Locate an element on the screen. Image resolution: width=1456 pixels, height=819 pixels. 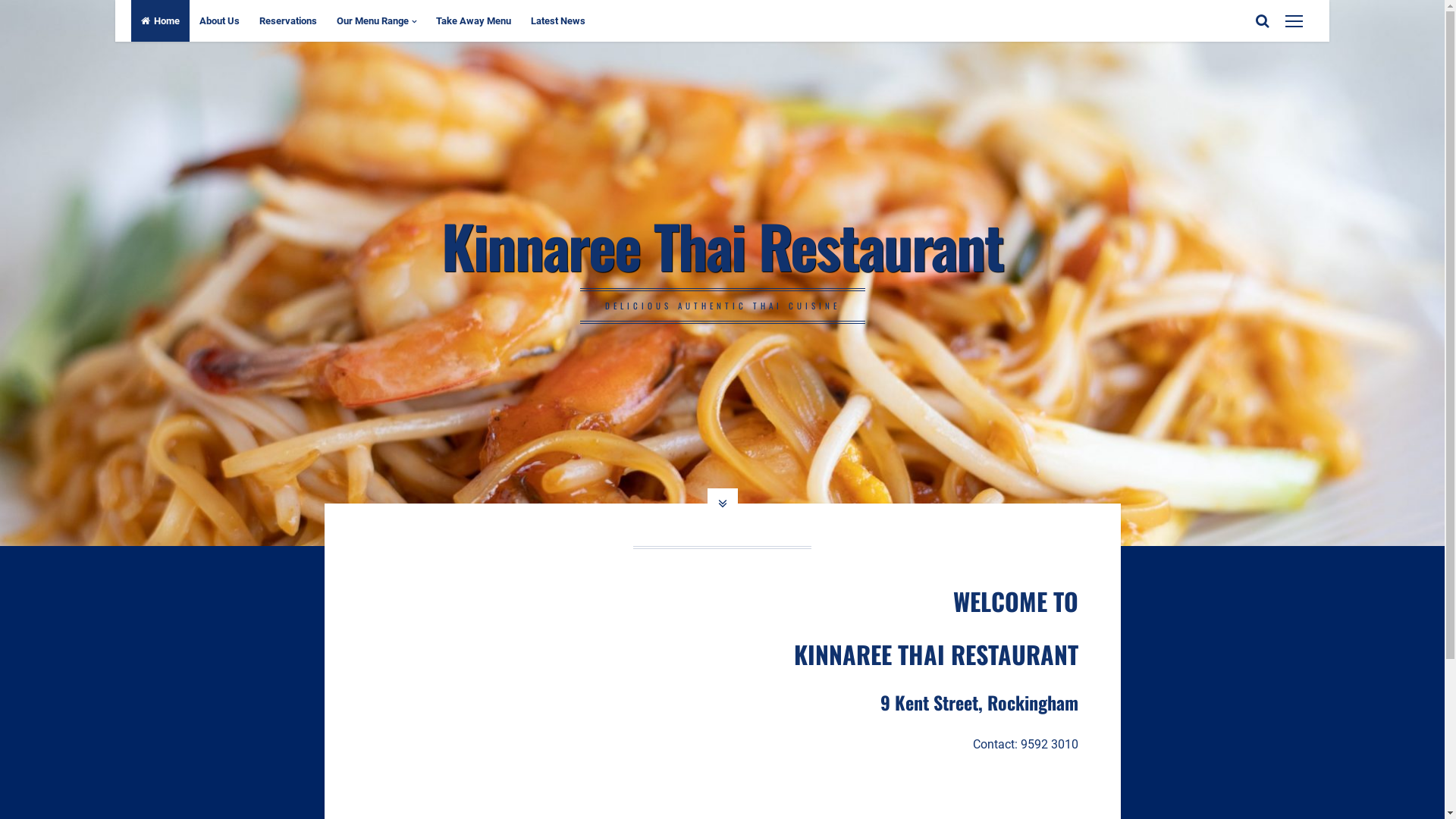
'Latest News' is located at coordinates (557, 20).